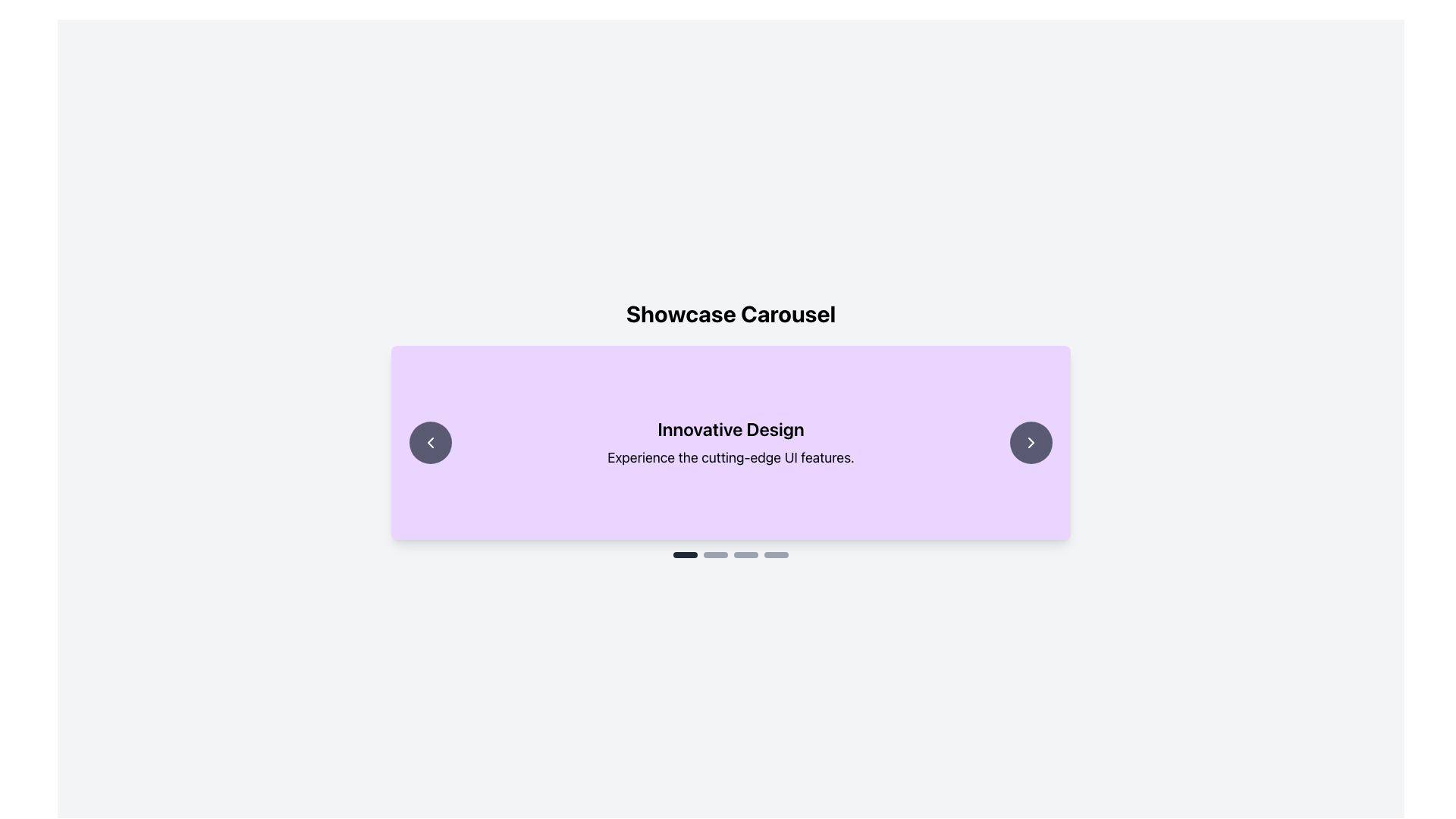 This screenshot has width=1456, height=819. Describe the element at coordinates (776, 555) in the screenshot. I see `the fourth Navigation Indicator, a small horizontal rectangular element with rounded edges` at that location.